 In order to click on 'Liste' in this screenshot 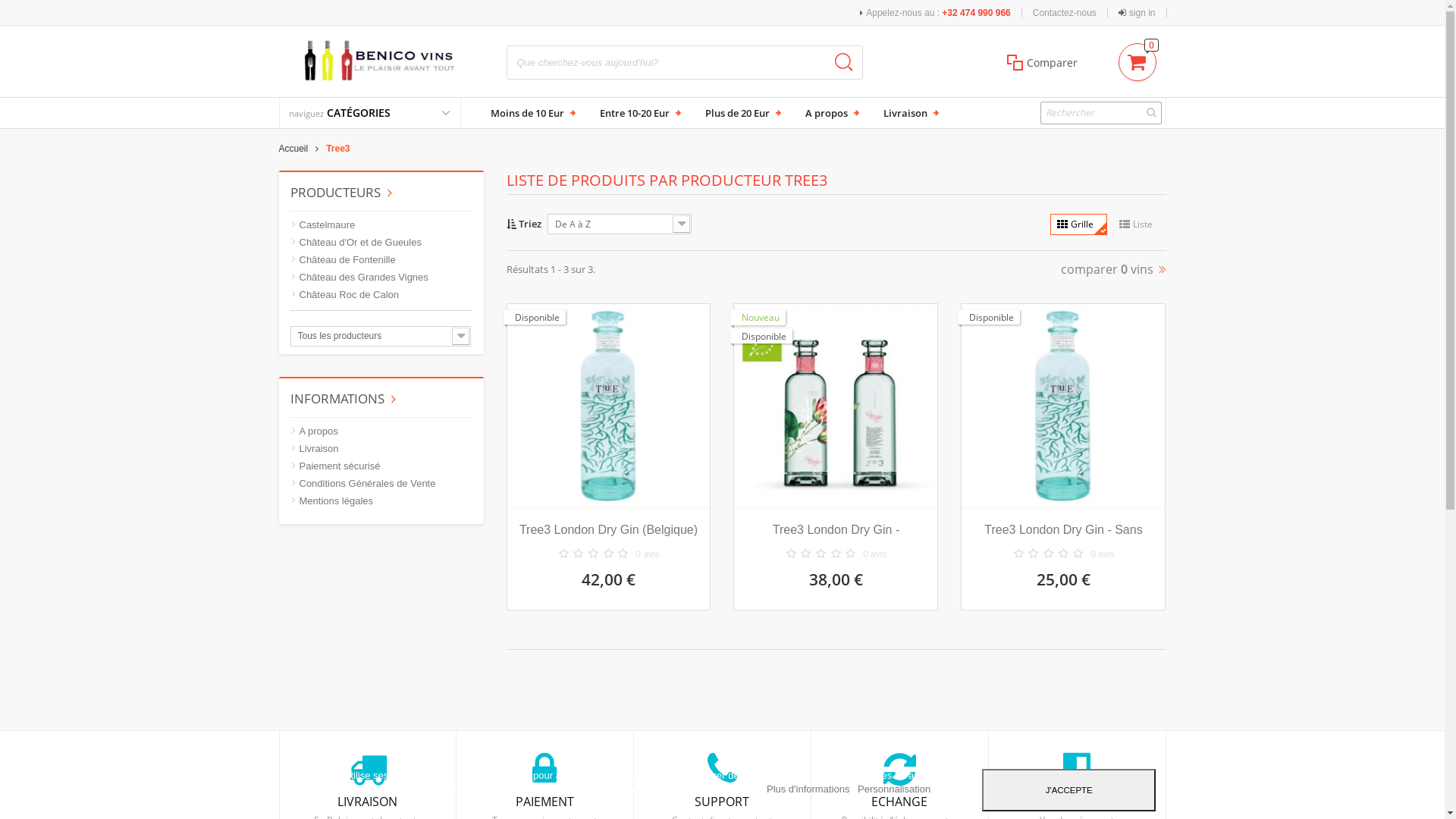, I will do `click(1138, 224)`.